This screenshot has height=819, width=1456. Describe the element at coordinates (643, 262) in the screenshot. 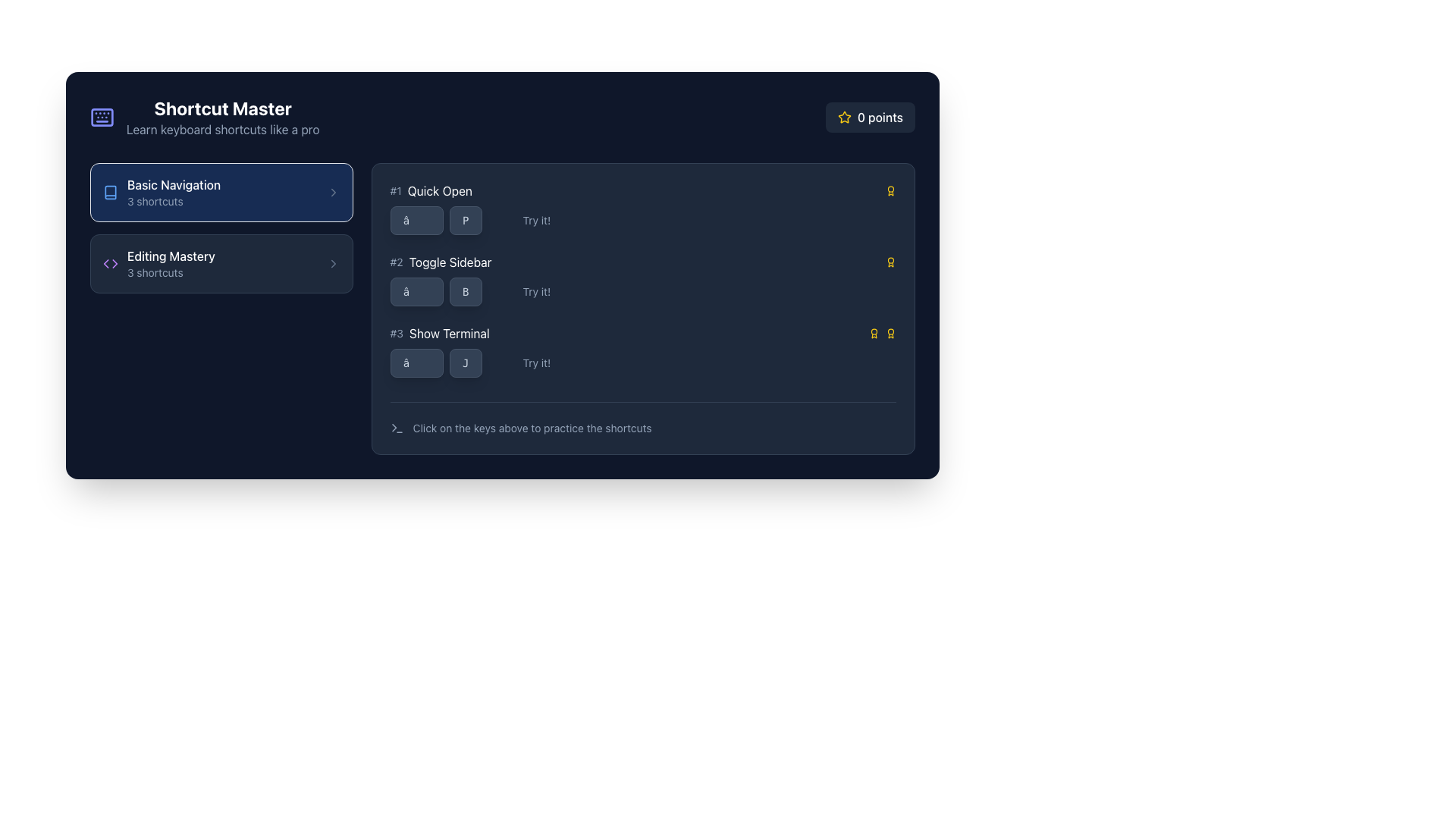

I see `the 'Toggle Sidebar' menu option, which is the second item in the vertical list, to interact with it` at that location.